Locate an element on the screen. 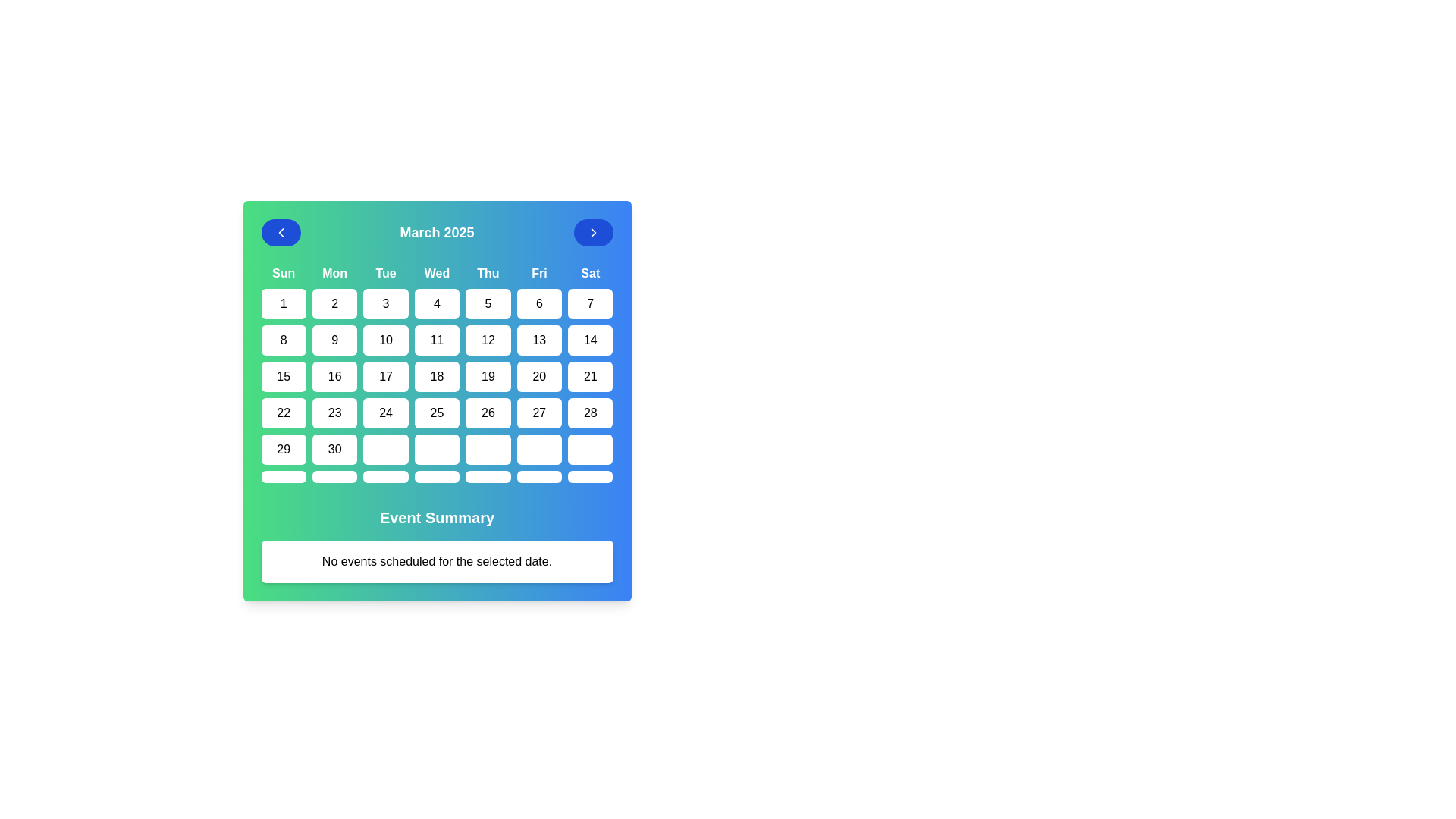 The height and width of the screenshot is (819, 1456). the button that navigates to the next month in the calendar, located at the right edge of the header next to 'March 2025' is located at coordinates (592, 233).